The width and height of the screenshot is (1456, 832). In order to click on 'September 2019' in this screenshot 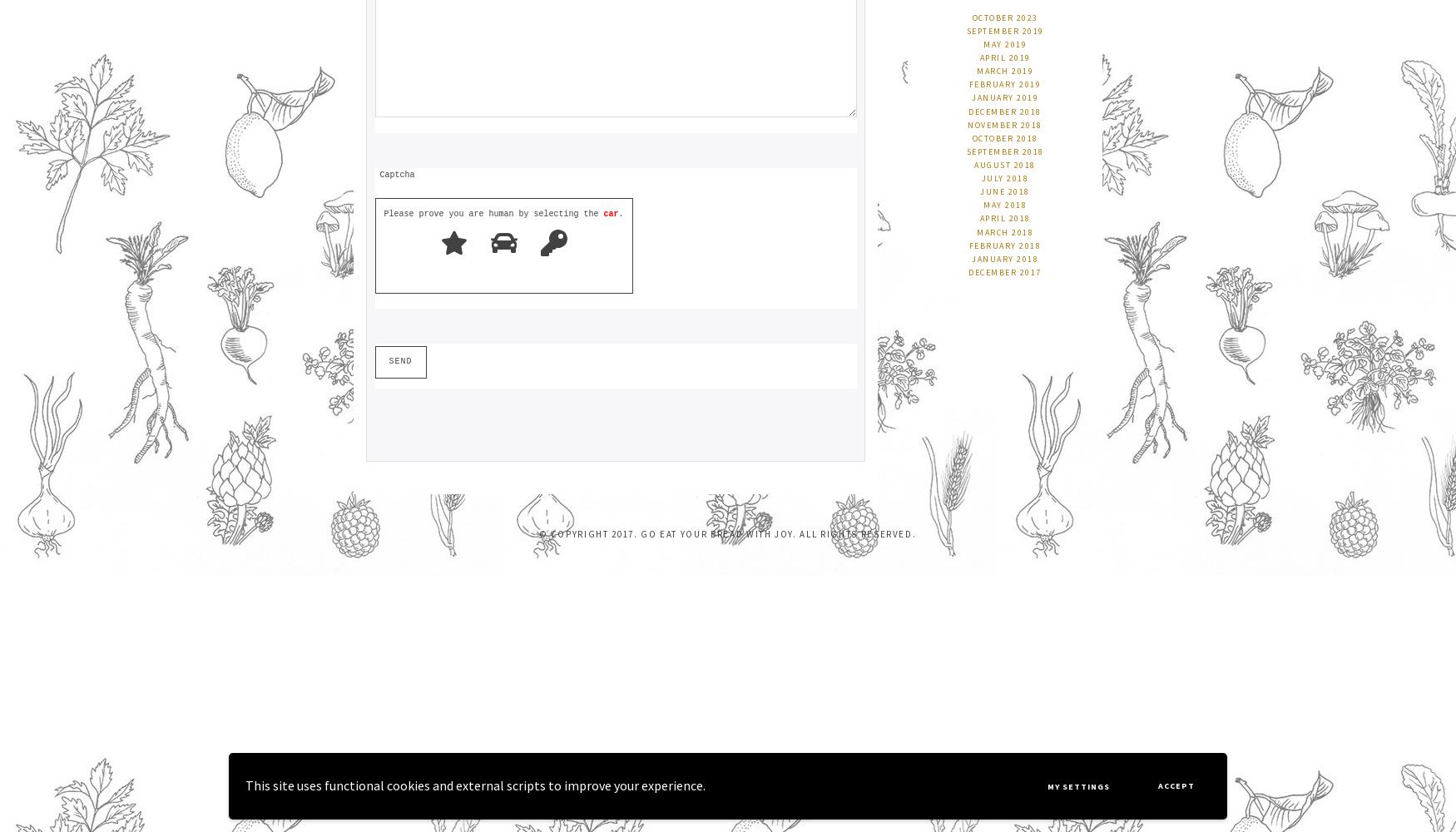, I will do `click(1004, 30)`.